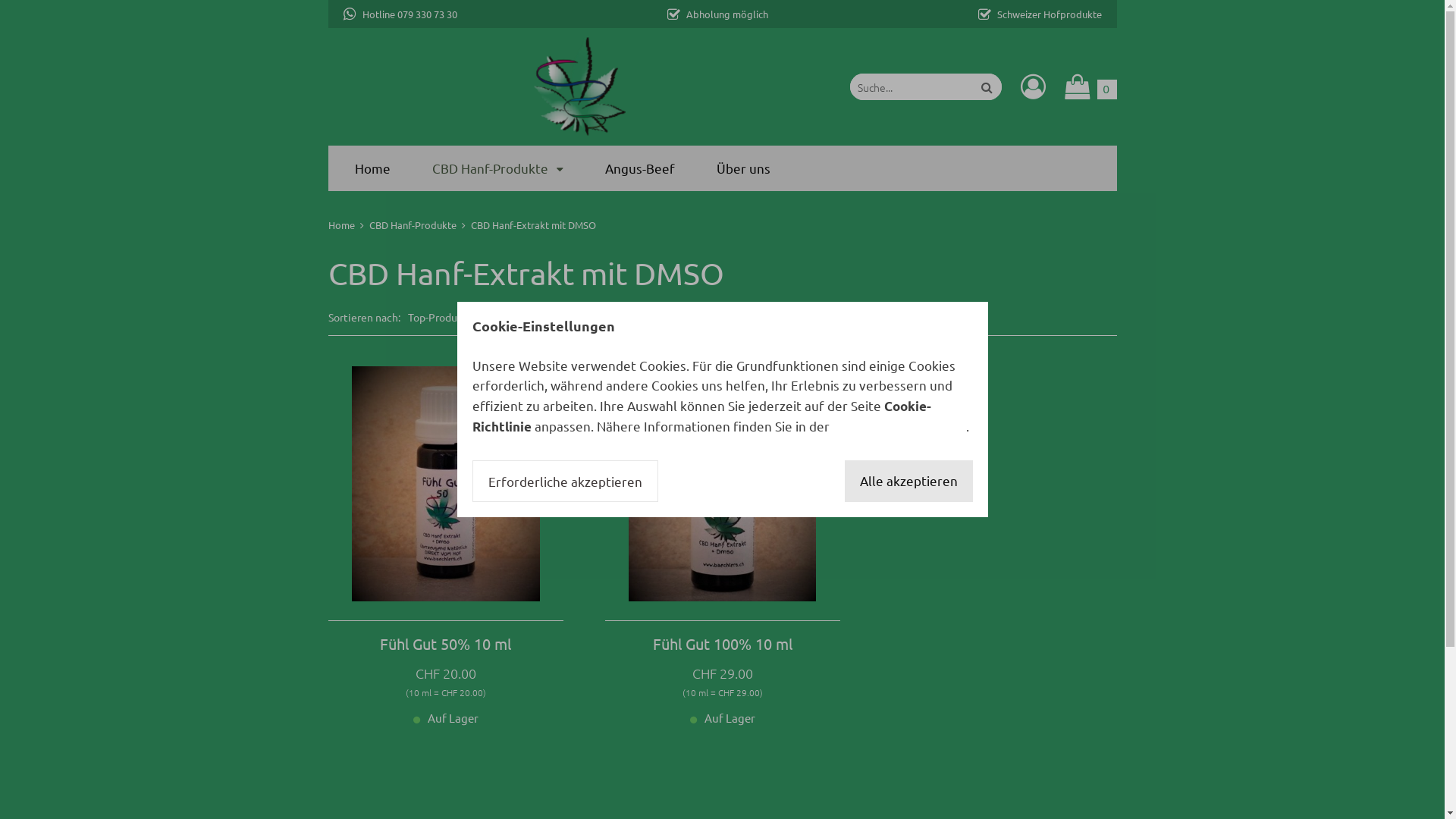  Describe the element at coordinates (640, 168) in the screenshot. I see `'Angus-Beef'` at that location.